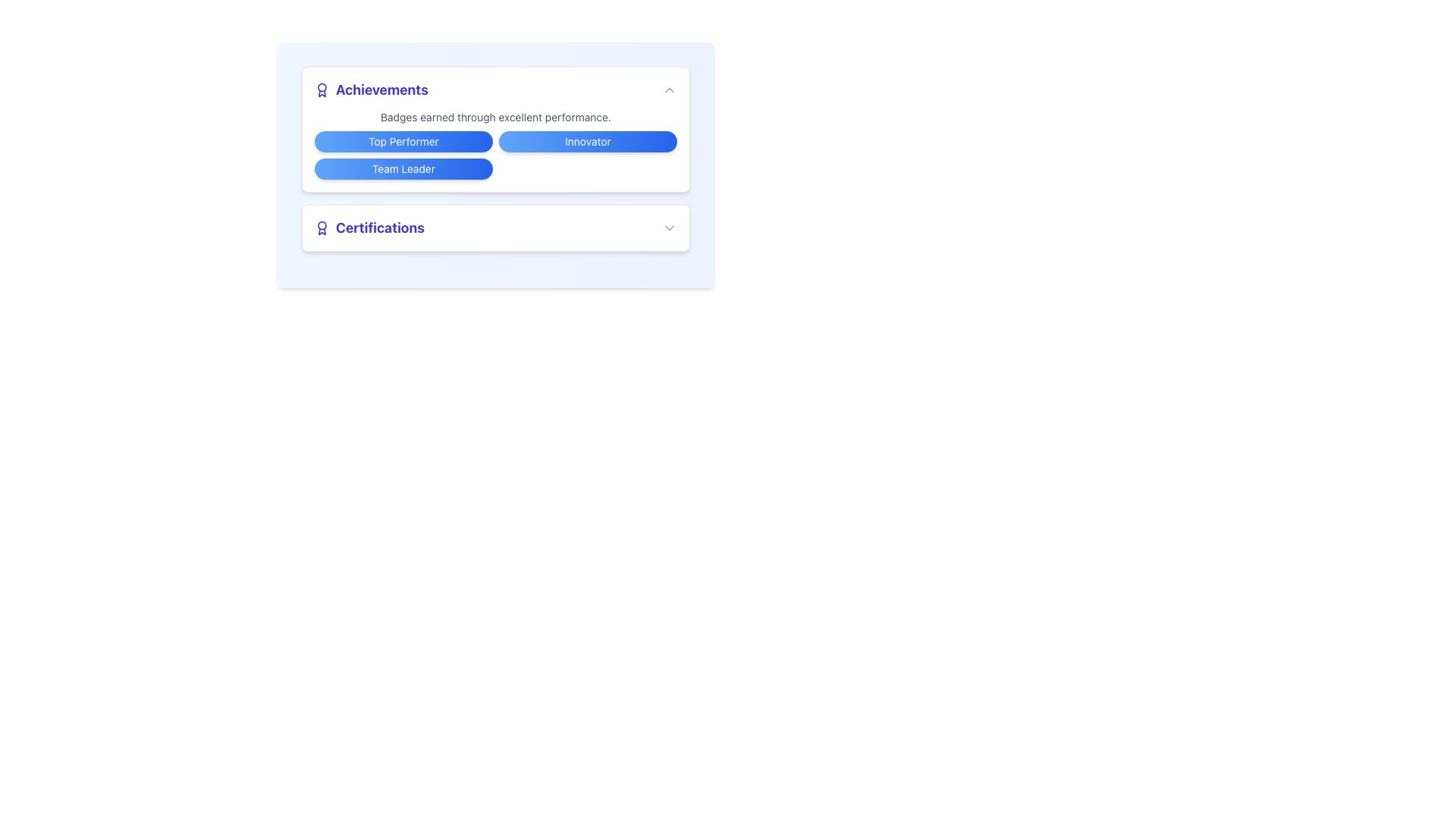  I want to click on the central SVG Circle element within the award badge icon located to the left of the 'Achievements' header text, so click(322, 87).